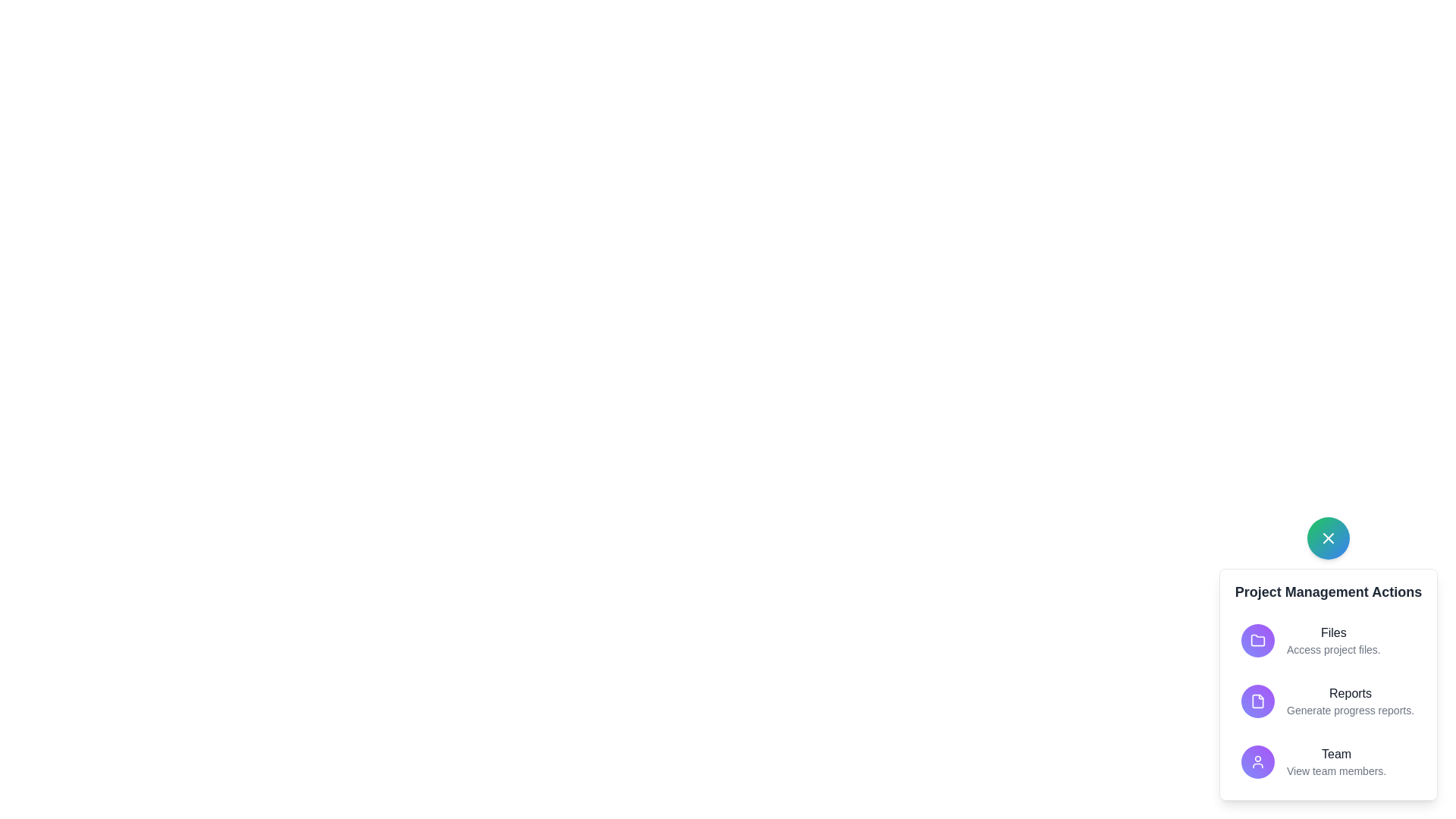 The width and height of the screenshot is (1456, 819). I want to click on the text in the popup corresponding to Files, so click(1332, 632).